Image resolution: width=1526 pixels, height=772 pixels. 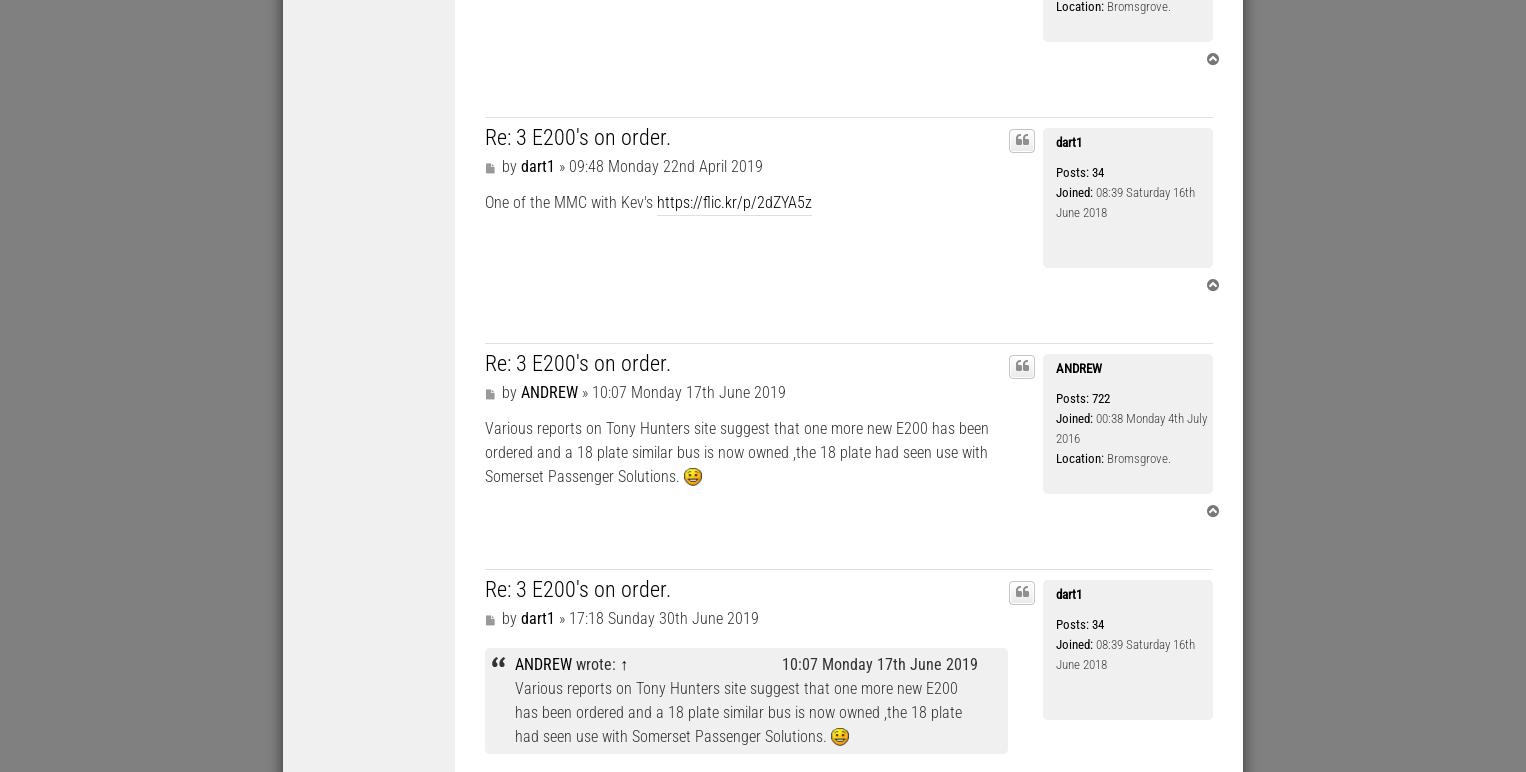 What do you see at coordinates (734, 201) in the screenshot?
I see `'https://flic.kr/p/2dZYA5z'` at bounding box center [734, 201].